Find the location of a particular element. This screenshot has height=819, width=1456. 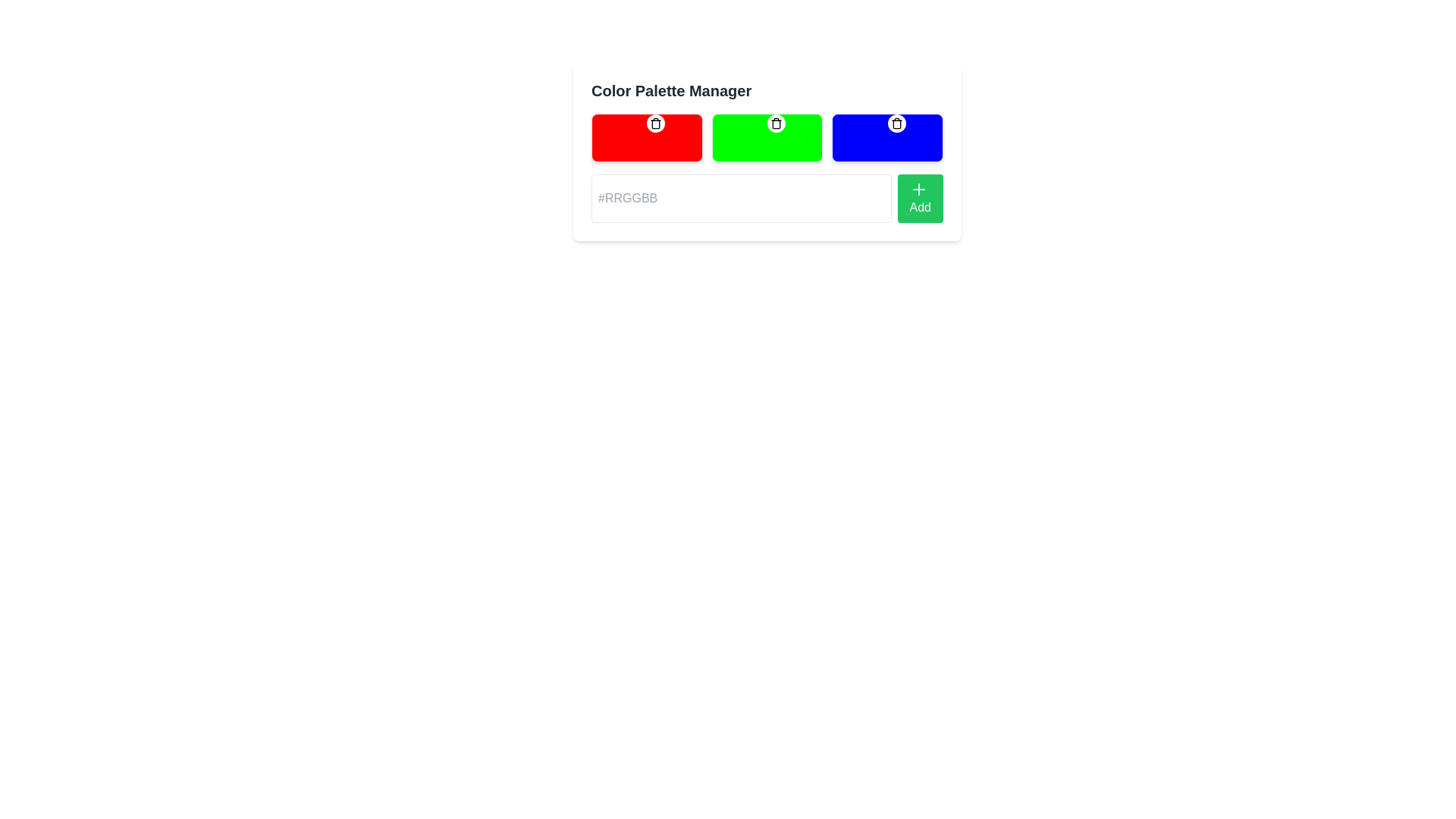

the Color selection block with a red background and a delete button is located at coordinates (647, 137).